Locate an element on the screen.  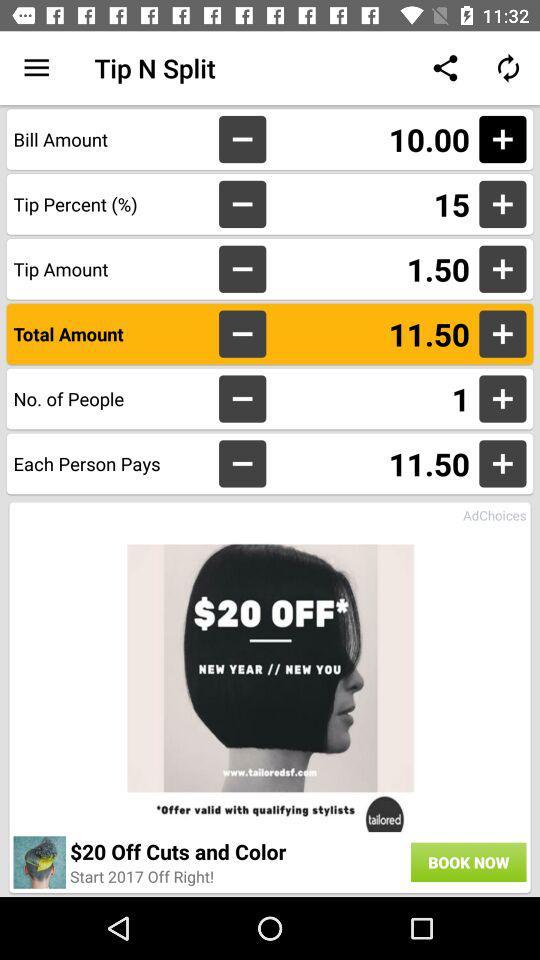
icon next to book now icon is located at coordinates (238, 850).